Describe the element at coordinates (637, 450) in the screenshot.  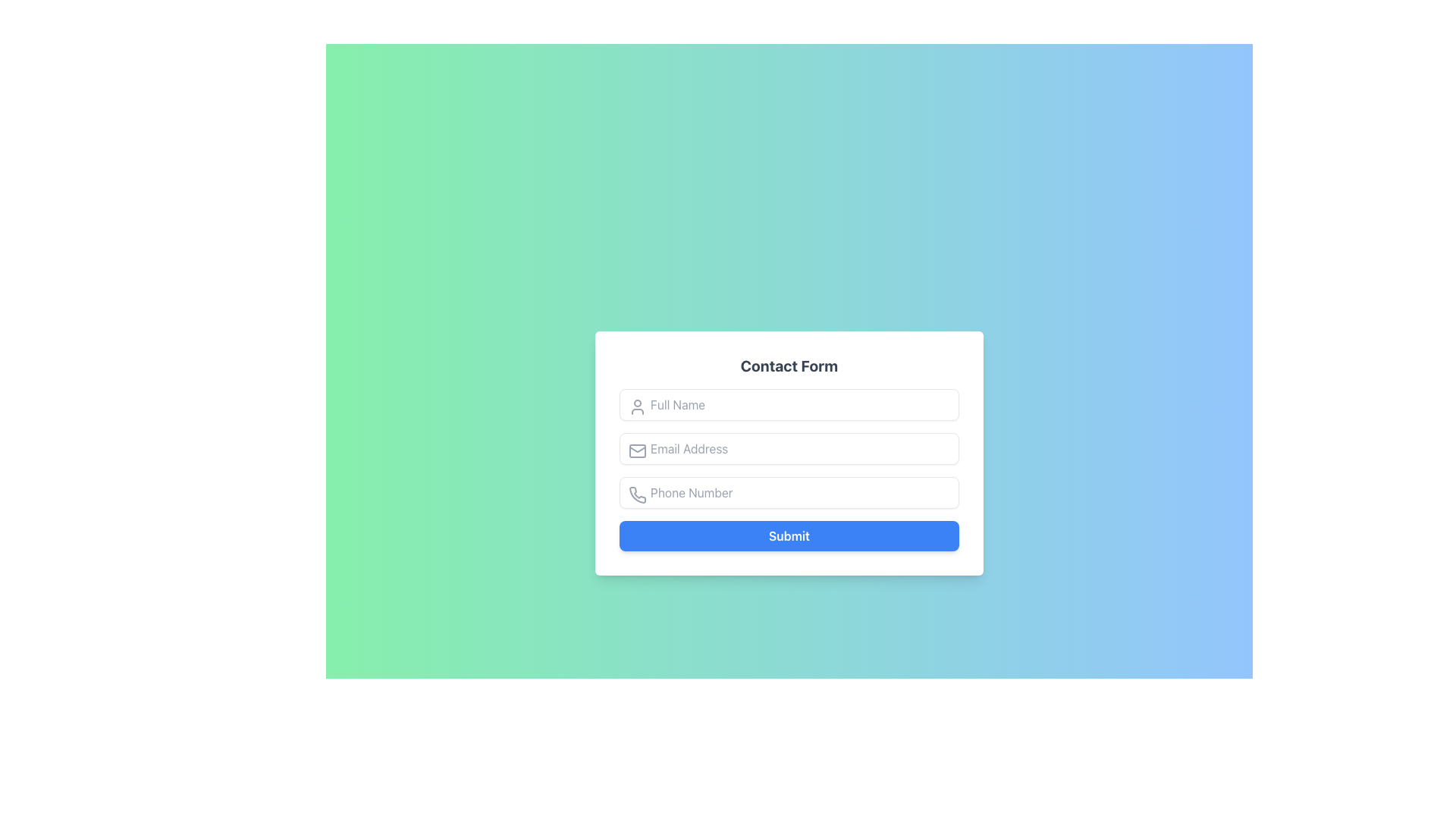
I see `the SVG rectangle representing the mail icon next to the 'Email Address' input field` at that location.